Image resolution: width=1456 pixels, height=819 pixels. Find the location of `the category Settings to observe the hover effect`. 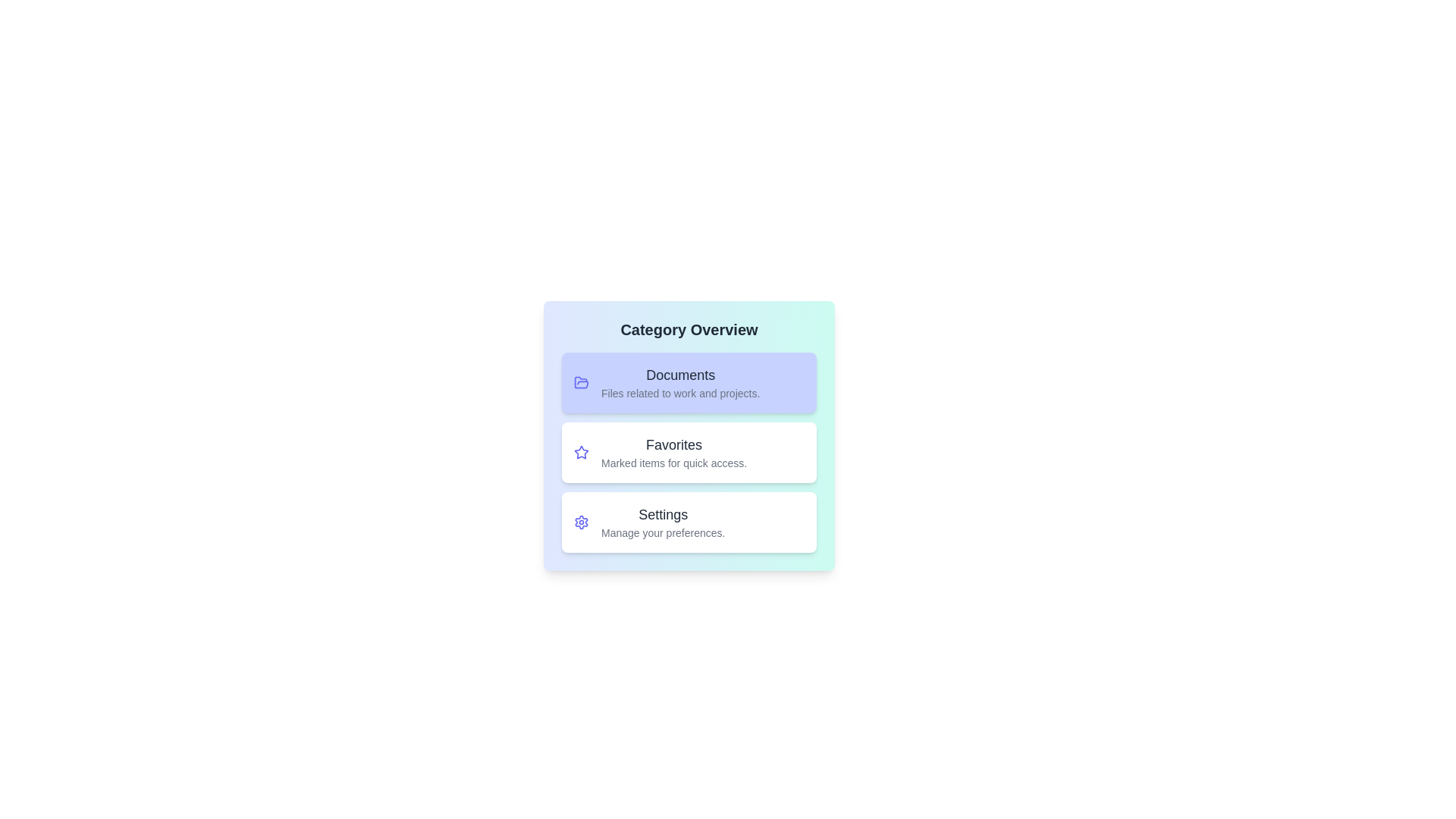

the category Settings to observe the hover effect is located at coordinates (688, 522).